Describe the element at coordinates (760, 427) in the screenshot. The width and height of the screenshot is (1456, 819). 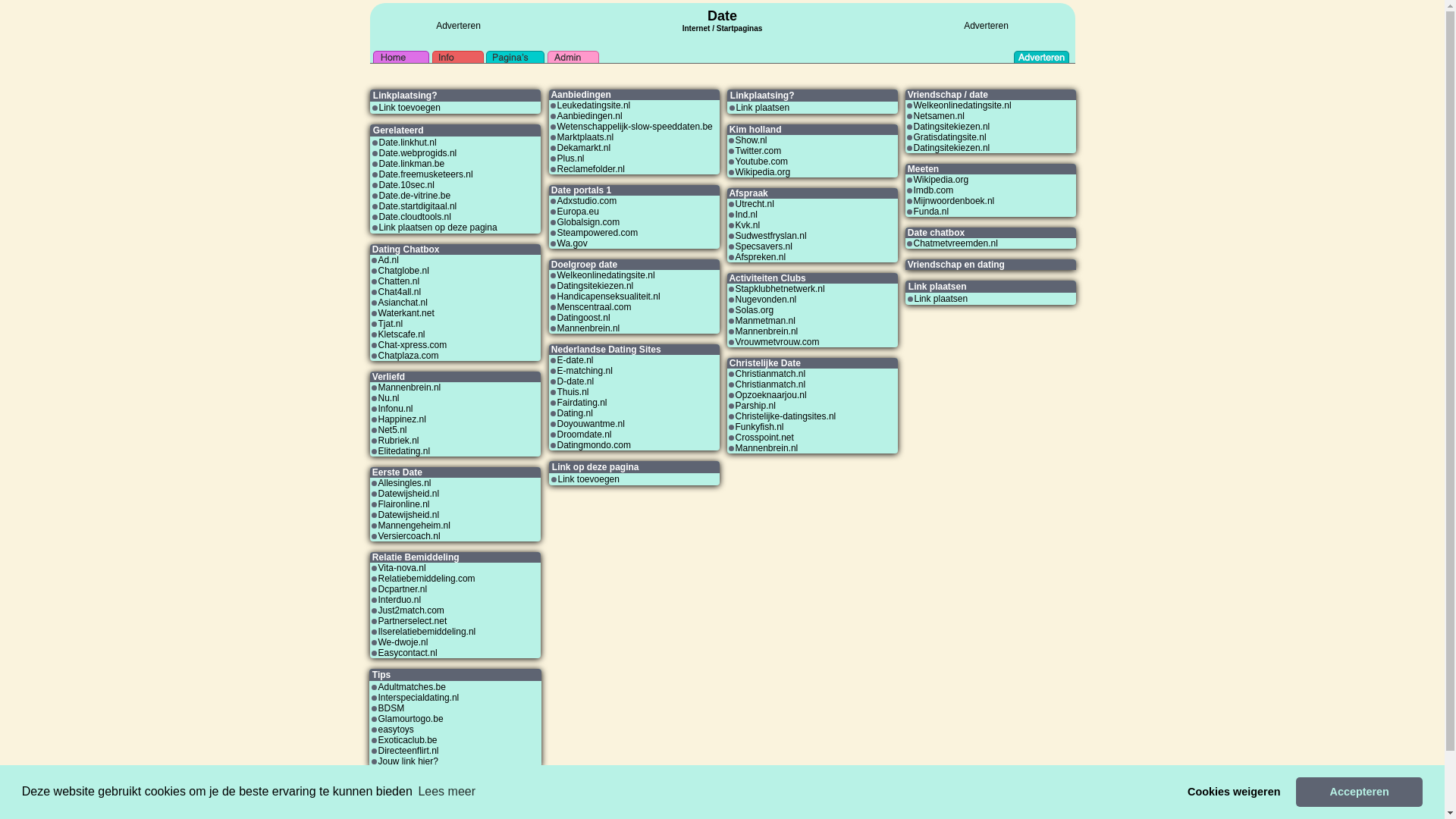
I see `'Funkyfish.nl'` at that location.